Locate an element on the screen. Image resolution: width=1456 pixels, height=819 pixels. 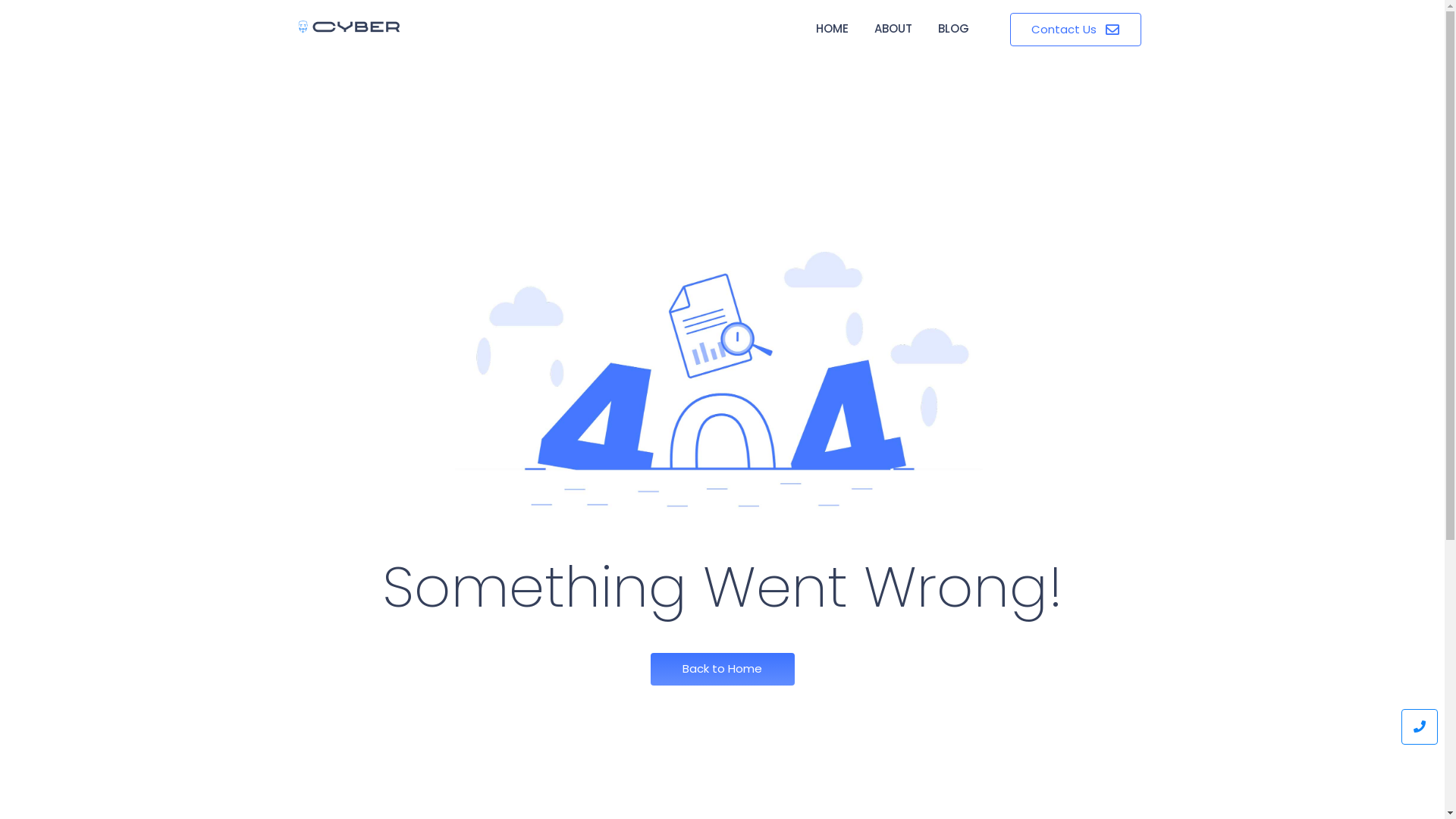
'ABOUT' is located at coordinates (893, 29).